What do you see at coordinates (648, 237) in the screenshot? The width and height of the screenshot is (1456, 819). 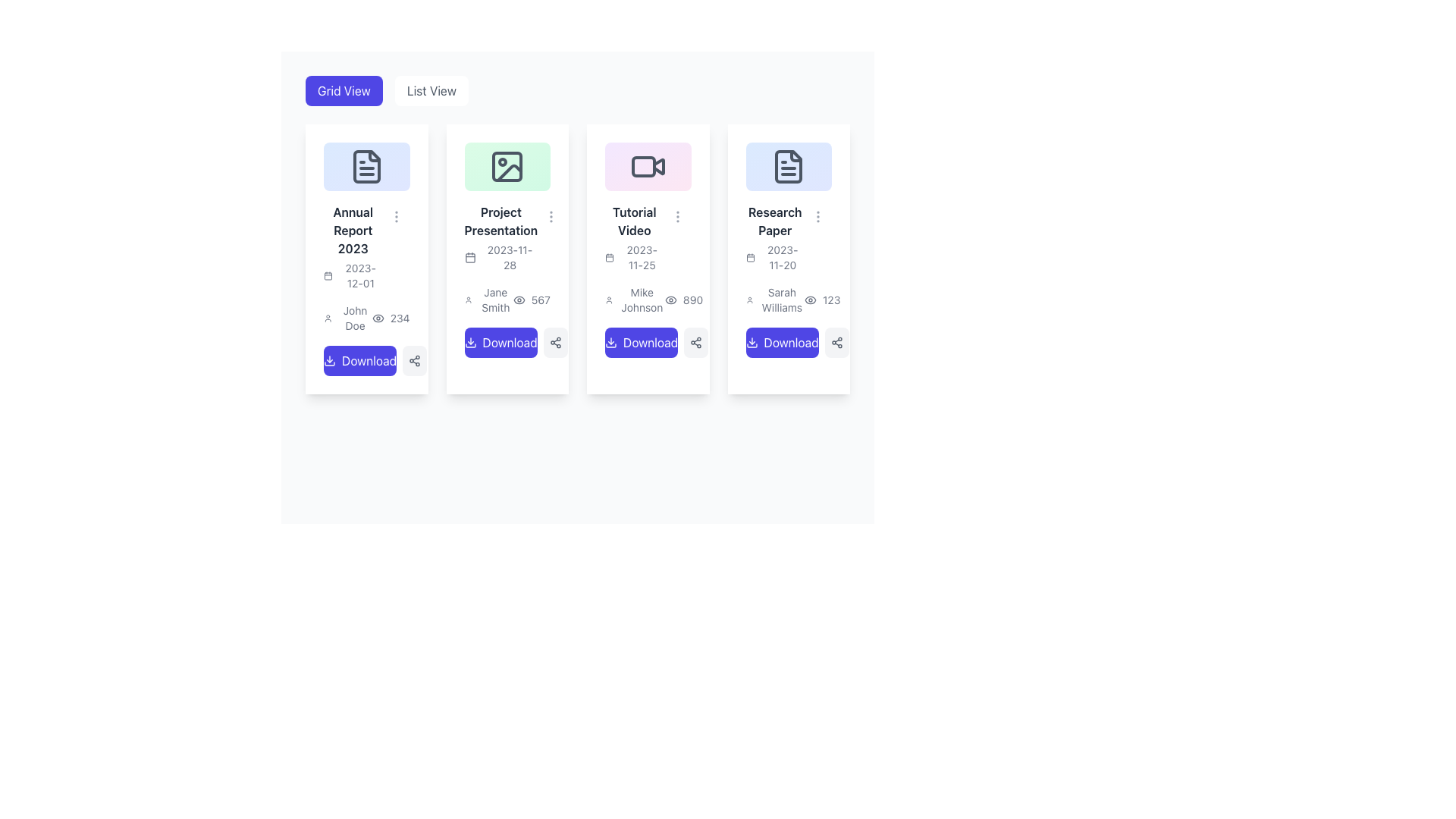 I see `the text display element that provides a brief description and the date associated with a tutorial video` at bounding box center [648, 237].